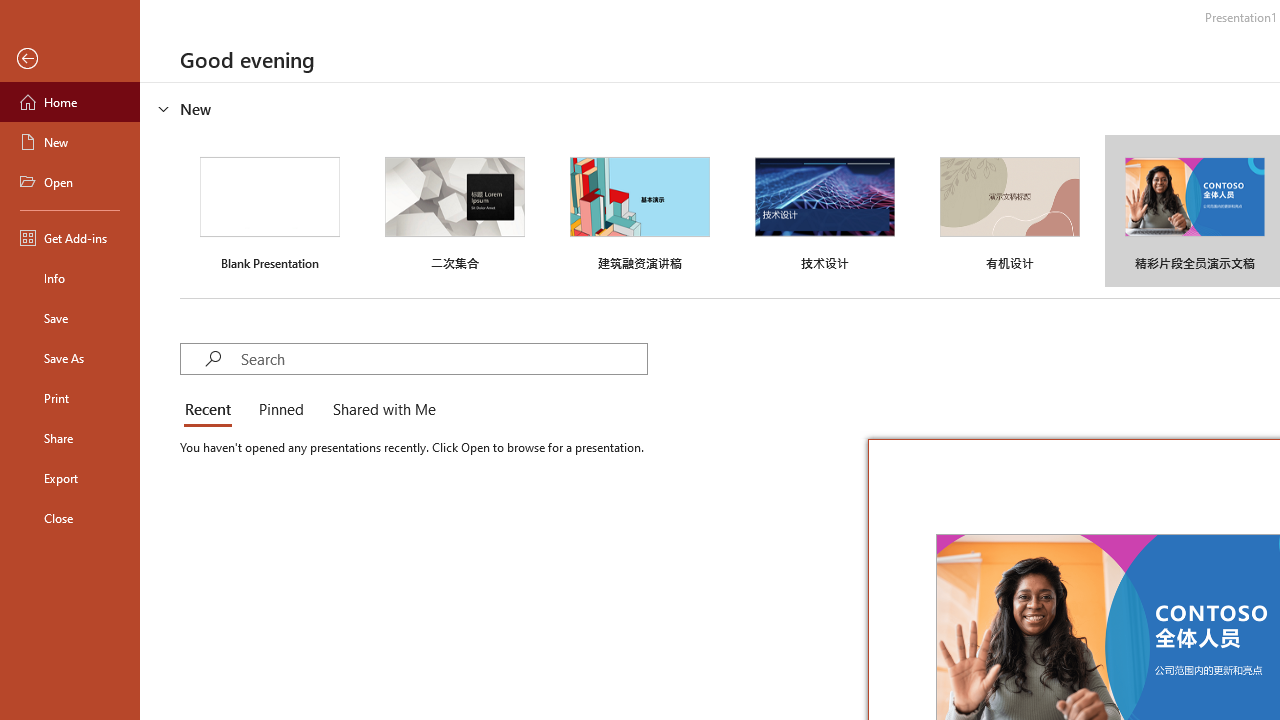  What do you see at coordinates (69, 398) in the screenshot?
I see `'Print'` at bounding box center [69, 398].